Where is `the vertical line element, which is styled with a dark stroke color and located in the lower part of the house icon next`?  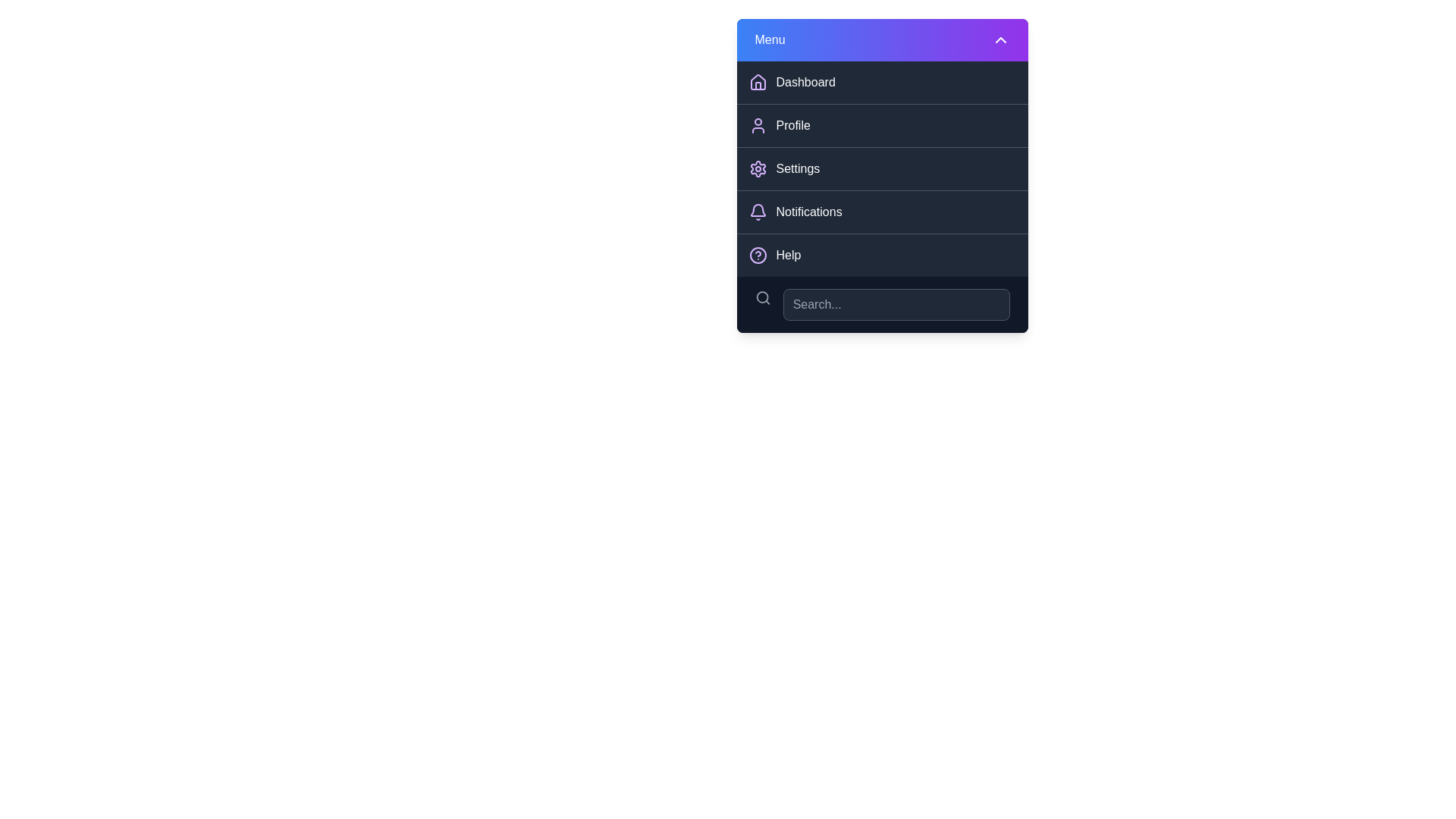
the vertical line element, which is styled with a dark stroke color and located in the lower part of the house icon next is located at coordinates (758, 86).